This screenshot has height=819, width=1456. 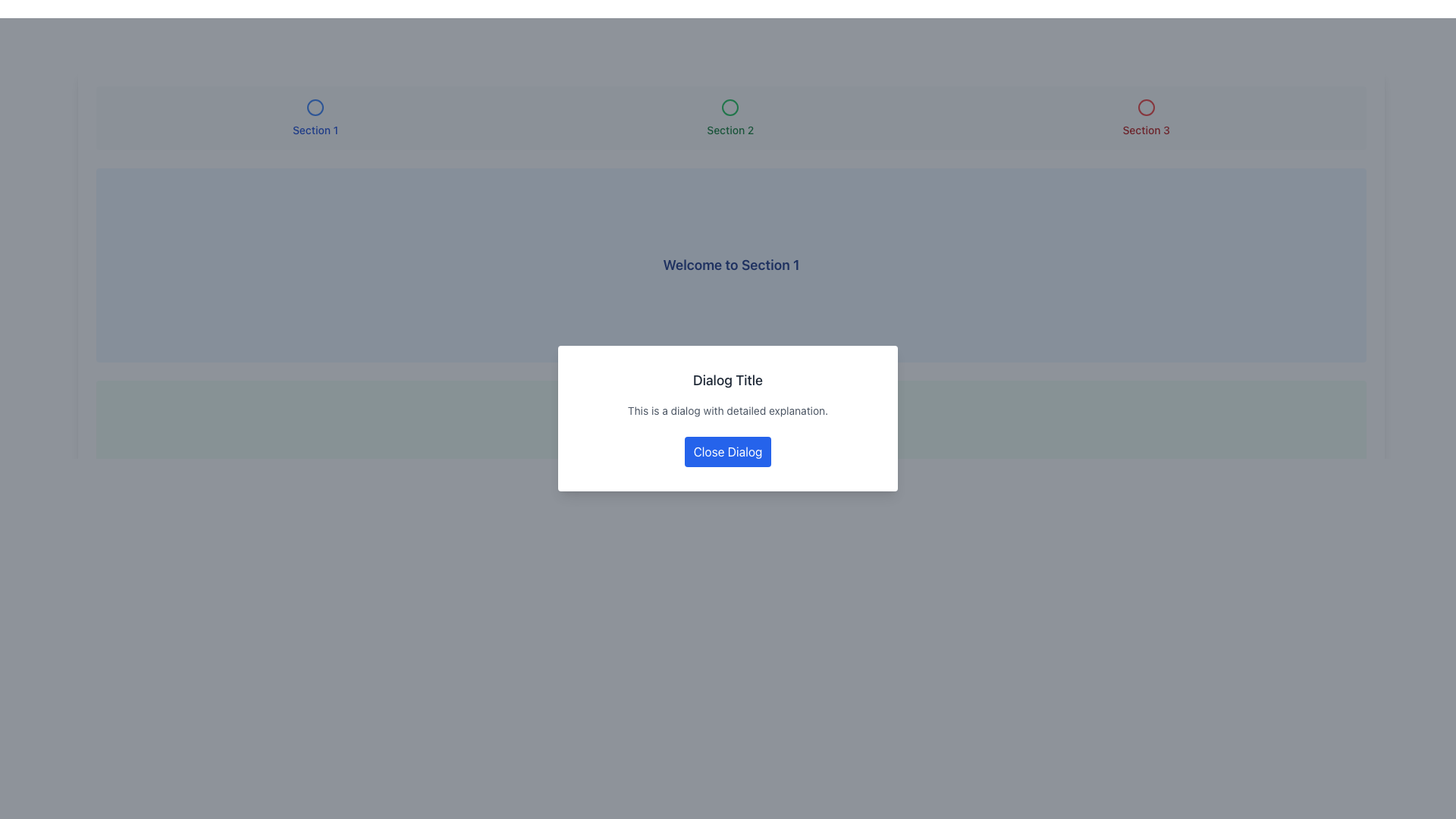 What do you see at coordinates (728, 451) in the screenshot?
I see `the 'Close Dialog' button, which has white text on a blue background and is located at the bottom of the dialog box` at bounding box center [728, 451].